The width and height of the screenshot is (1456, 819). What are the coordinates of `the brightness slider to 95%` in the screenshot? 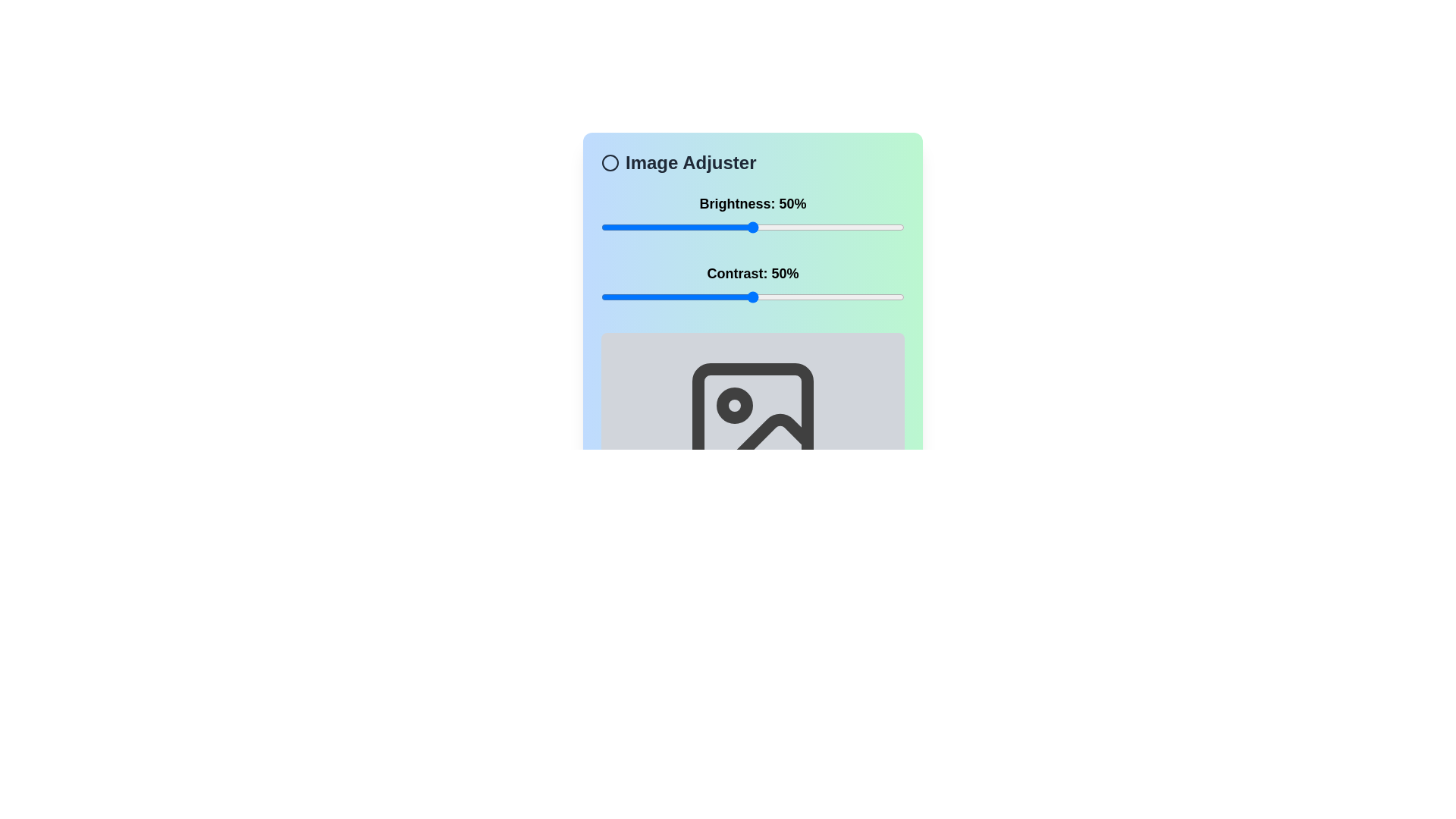 It's located at (889, 227).